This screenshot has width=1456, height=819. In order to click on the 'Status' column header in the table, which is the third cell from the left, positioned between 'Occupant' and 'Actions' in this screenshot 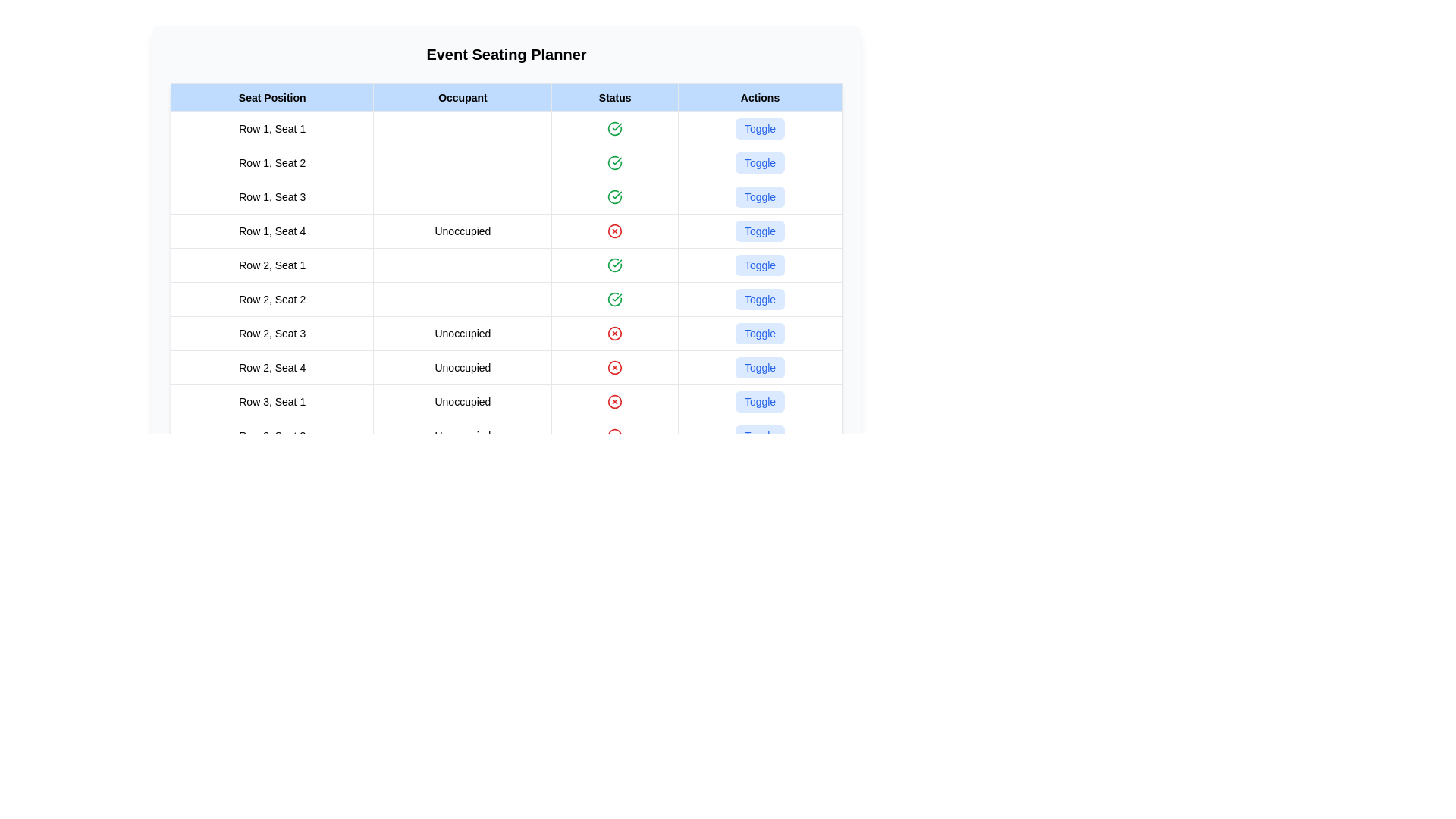, I will do `click(615, 97)`.